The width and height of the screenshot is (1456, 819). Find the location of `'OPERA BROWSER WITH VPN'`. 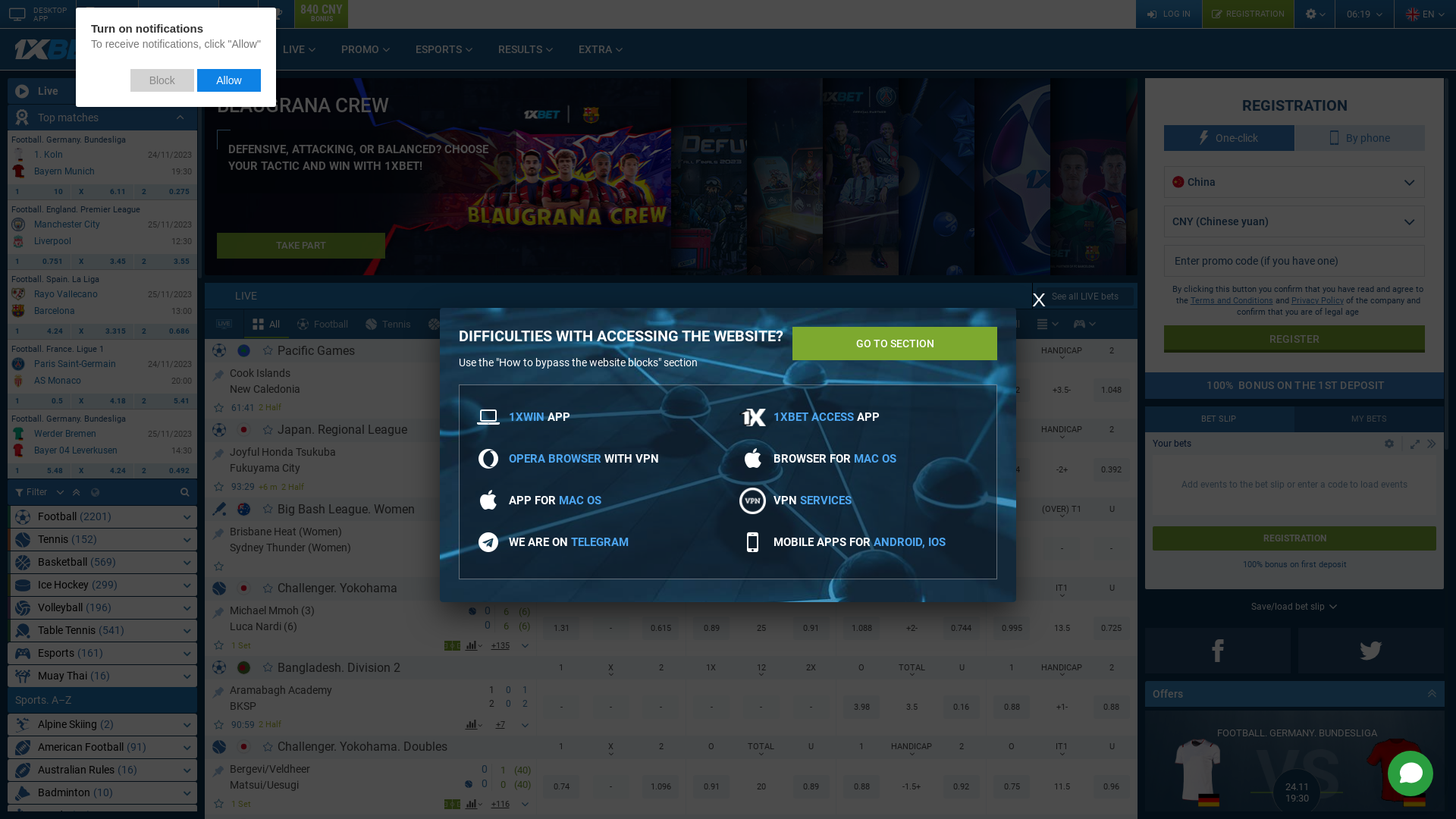

'OPERA BROWSER WITH VPN' is located at coordinates (582, 458).